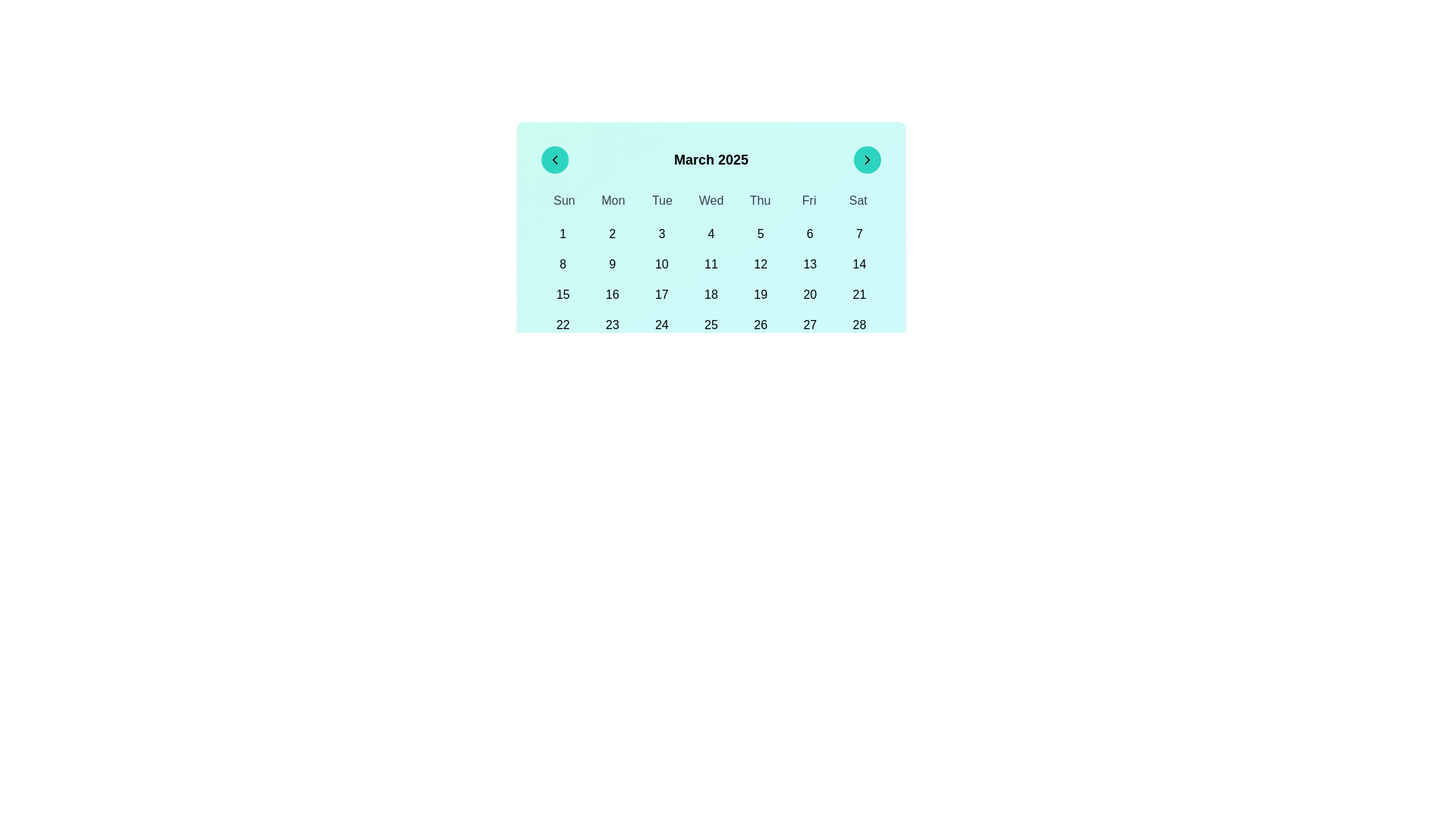  What do you see at coordinates (867, 160) in the screenshot?
I see `the right arrow chevron icon located in the right circular button at the top-right corner of the calendar interface` at bounding box center [867, 160].